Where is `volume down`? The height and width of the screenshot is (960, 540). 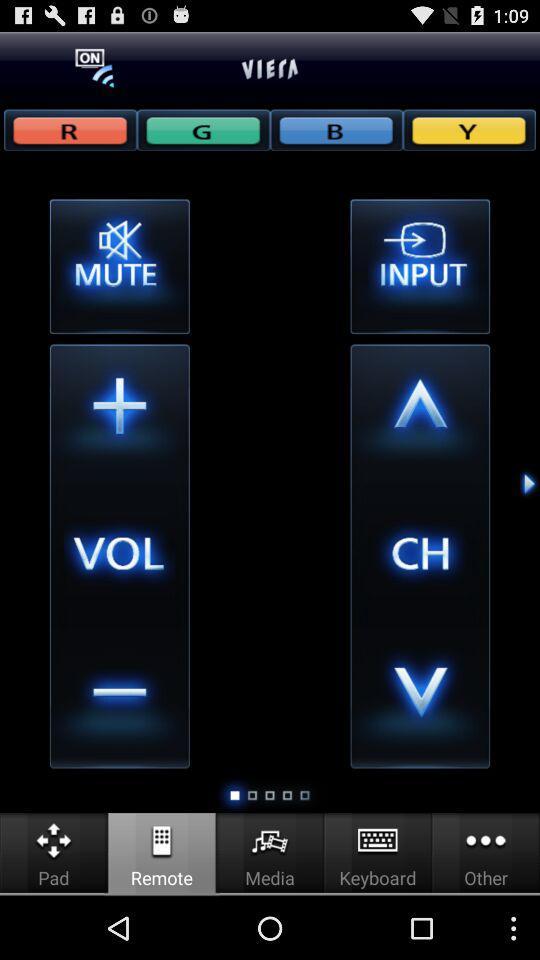
volume down is located at coordinates (119, 698).